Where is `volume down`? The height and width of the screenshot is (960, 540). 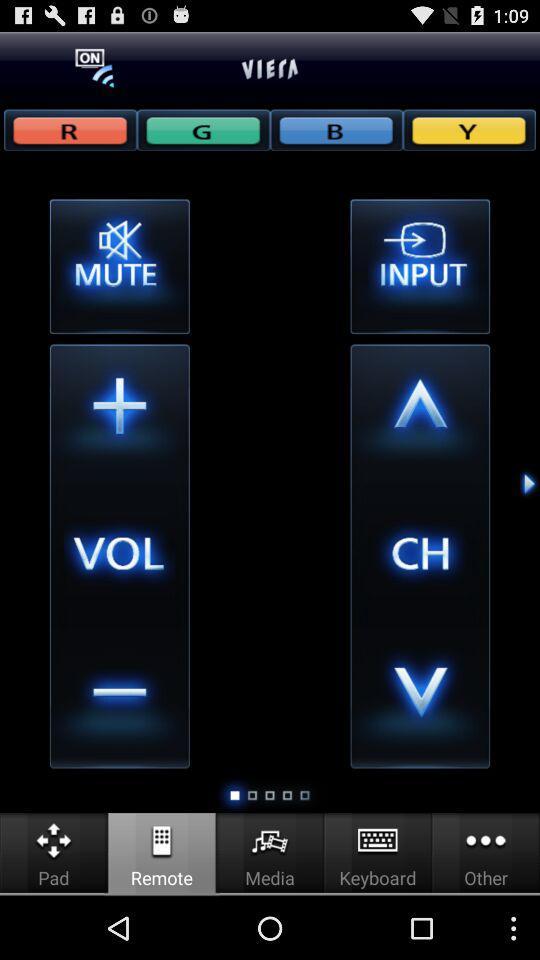
volume down is located at coordinates (119, 698).